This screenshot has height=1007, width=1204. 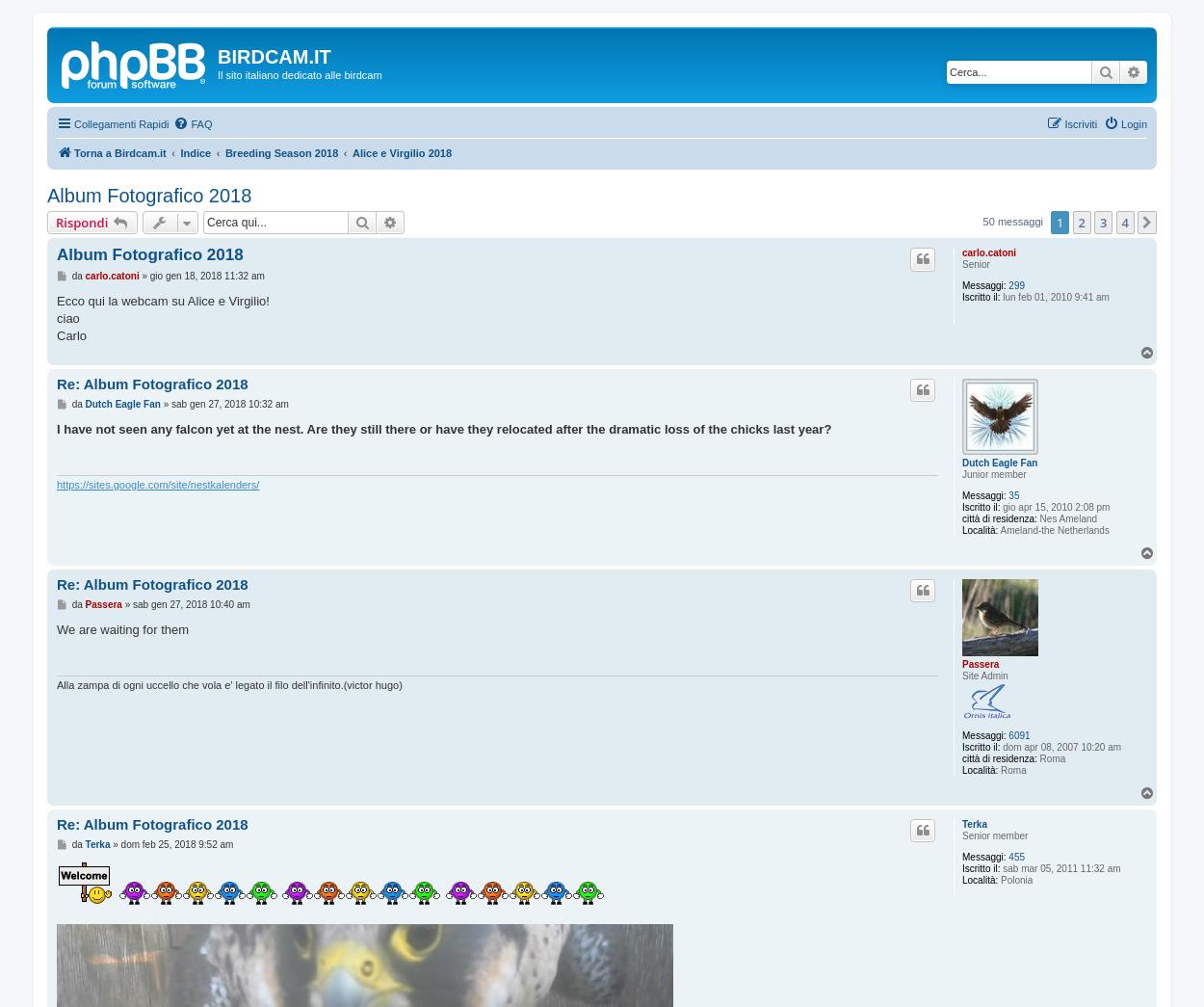 I want to click on 'I have not seen any falcon yet at the nest. Are they still there or have they relocated after the dramatic loss of the chicks last year?', so click(x=443, y=428).